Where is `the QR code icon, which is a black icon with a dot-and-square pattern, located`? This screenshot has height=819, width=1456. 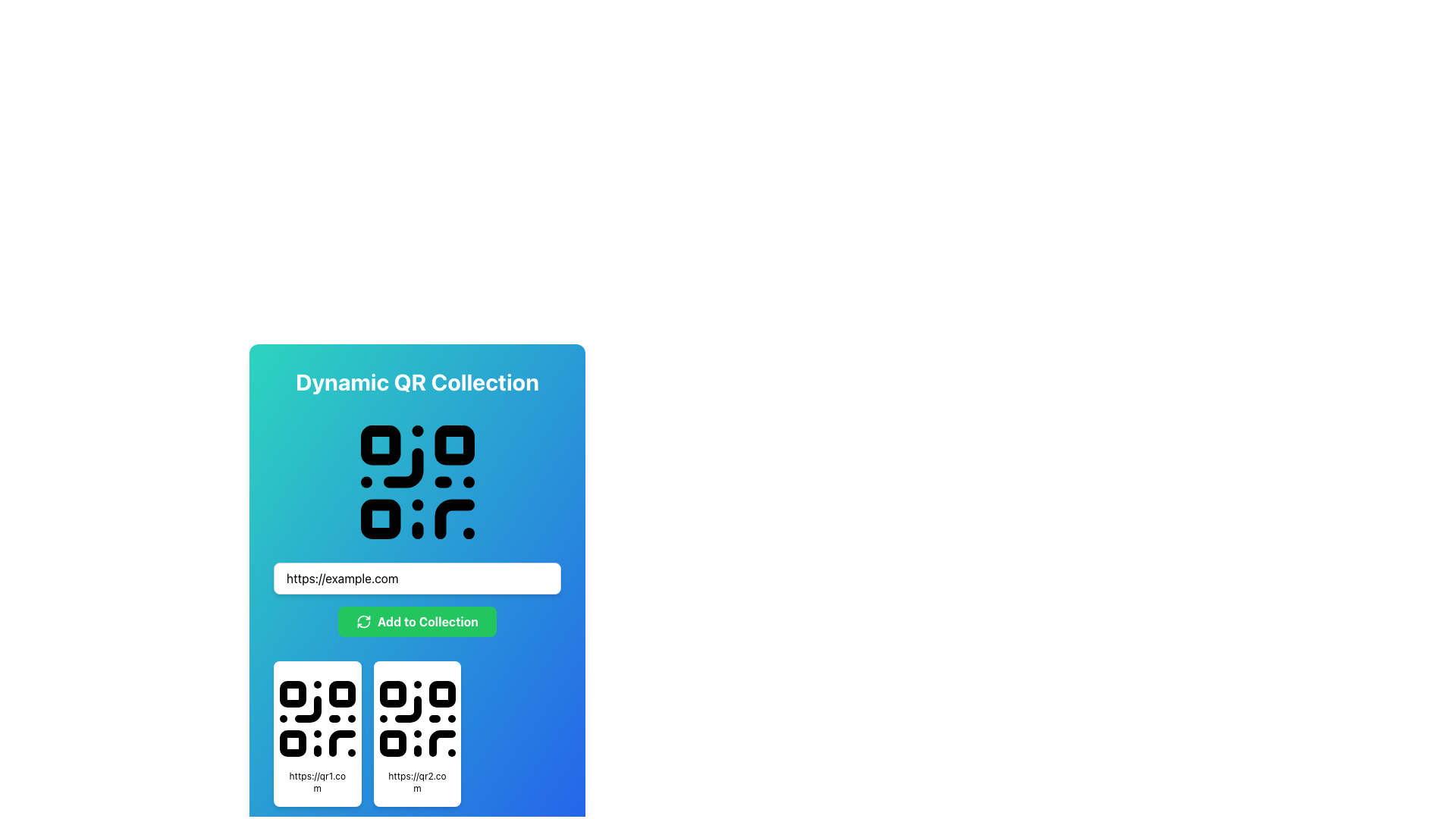
the QR code icon, which is a black icon with a dot-and-square pattern, located is located at coordinates (417, 718).